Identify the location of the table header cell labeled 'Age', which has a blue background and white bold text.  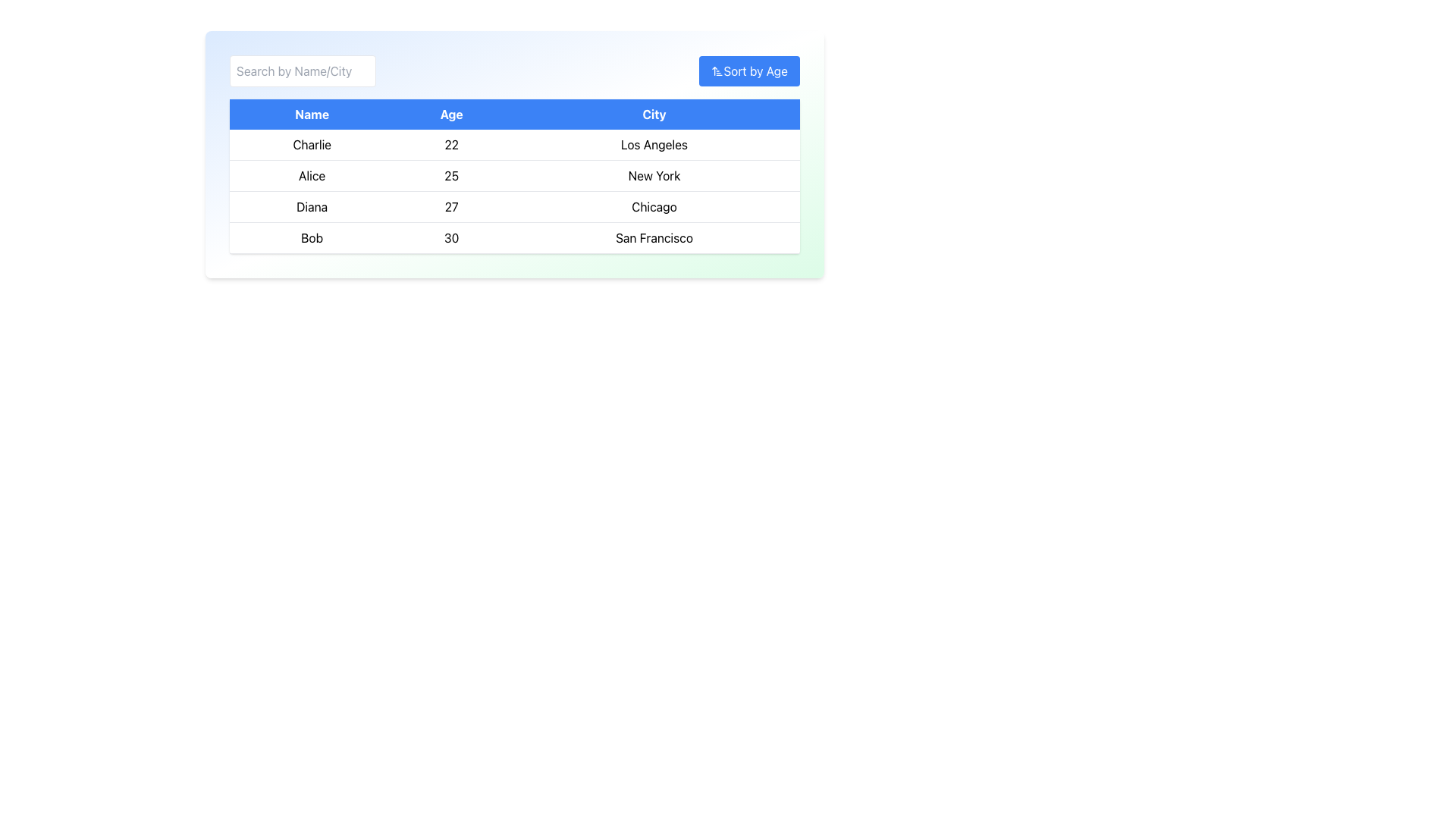
(450, 113).